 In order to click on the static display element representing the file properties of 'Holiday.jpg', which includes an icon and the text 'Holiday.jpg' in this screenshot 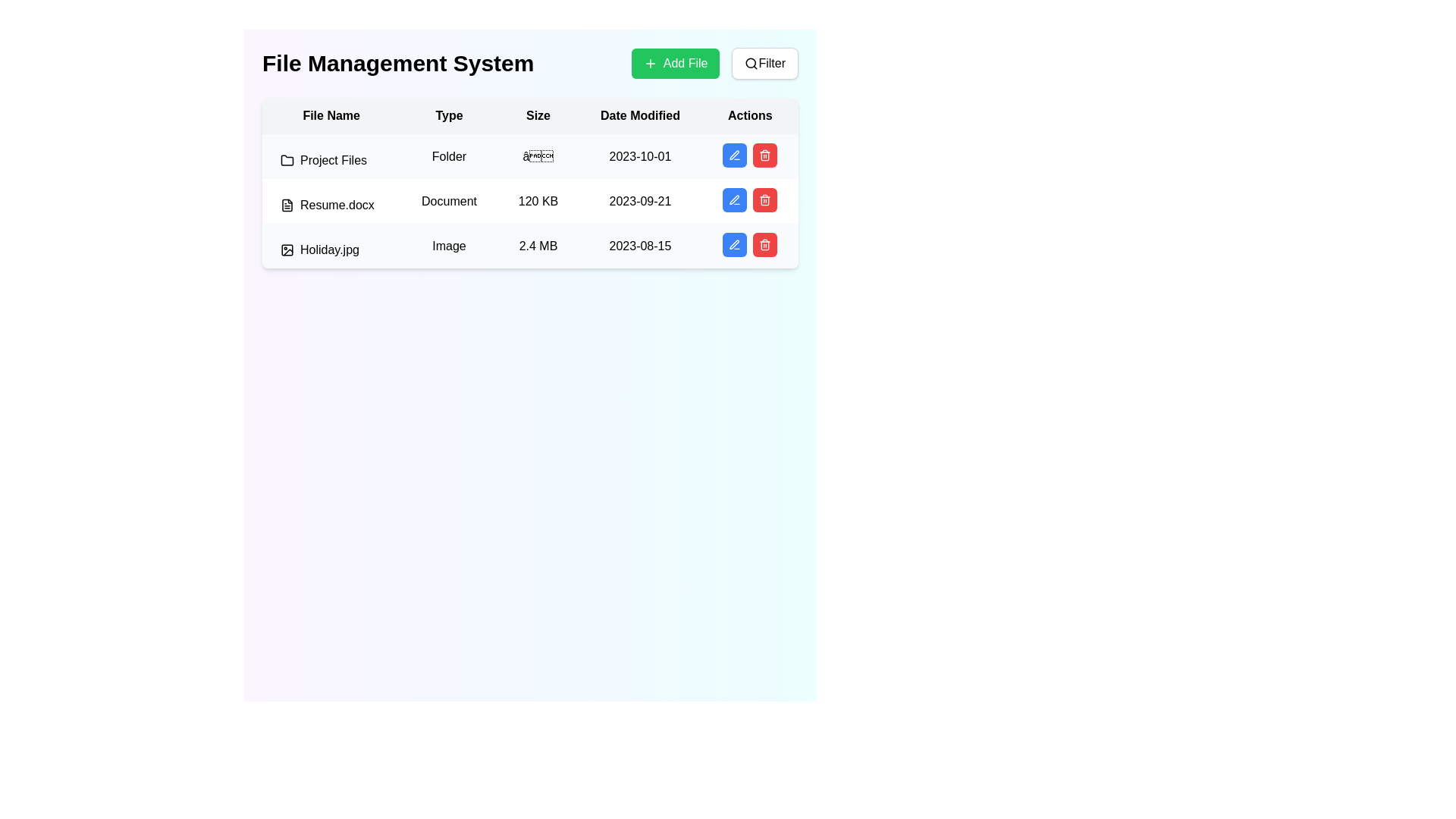, I will do `click(331, 249)`.